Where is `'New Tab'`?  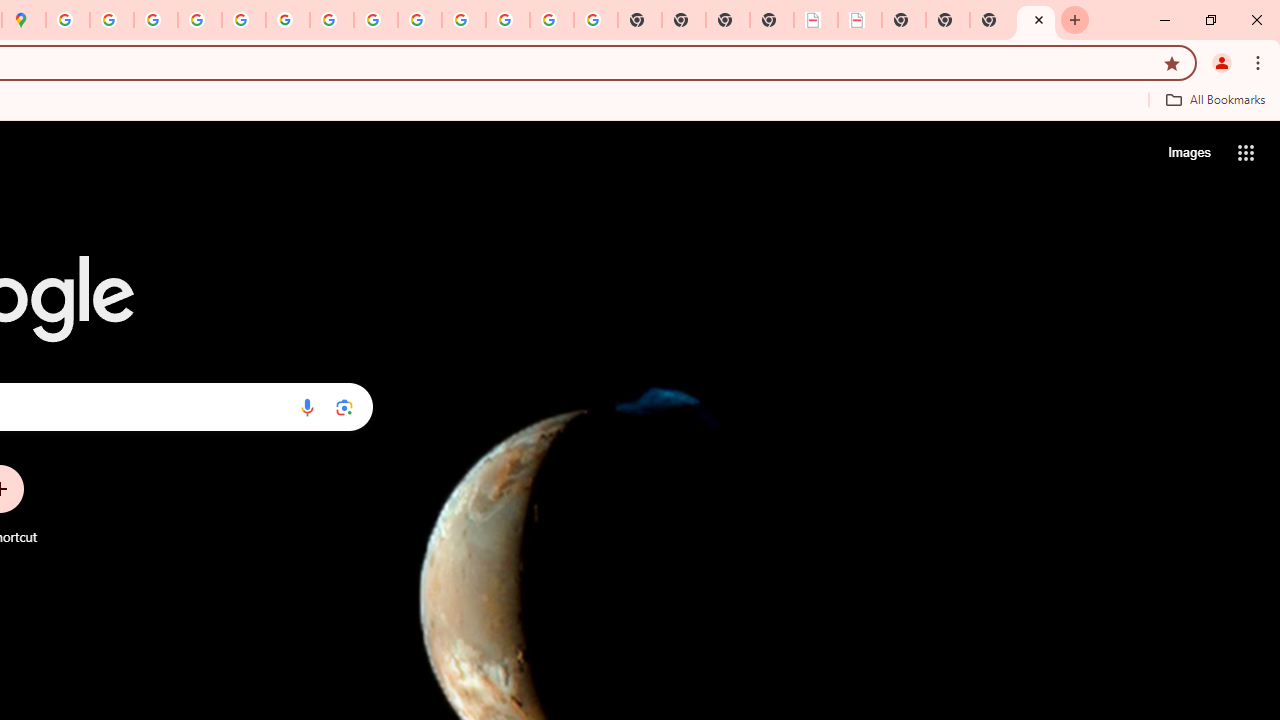 'New Tab' is located at coordinates (992, 20).